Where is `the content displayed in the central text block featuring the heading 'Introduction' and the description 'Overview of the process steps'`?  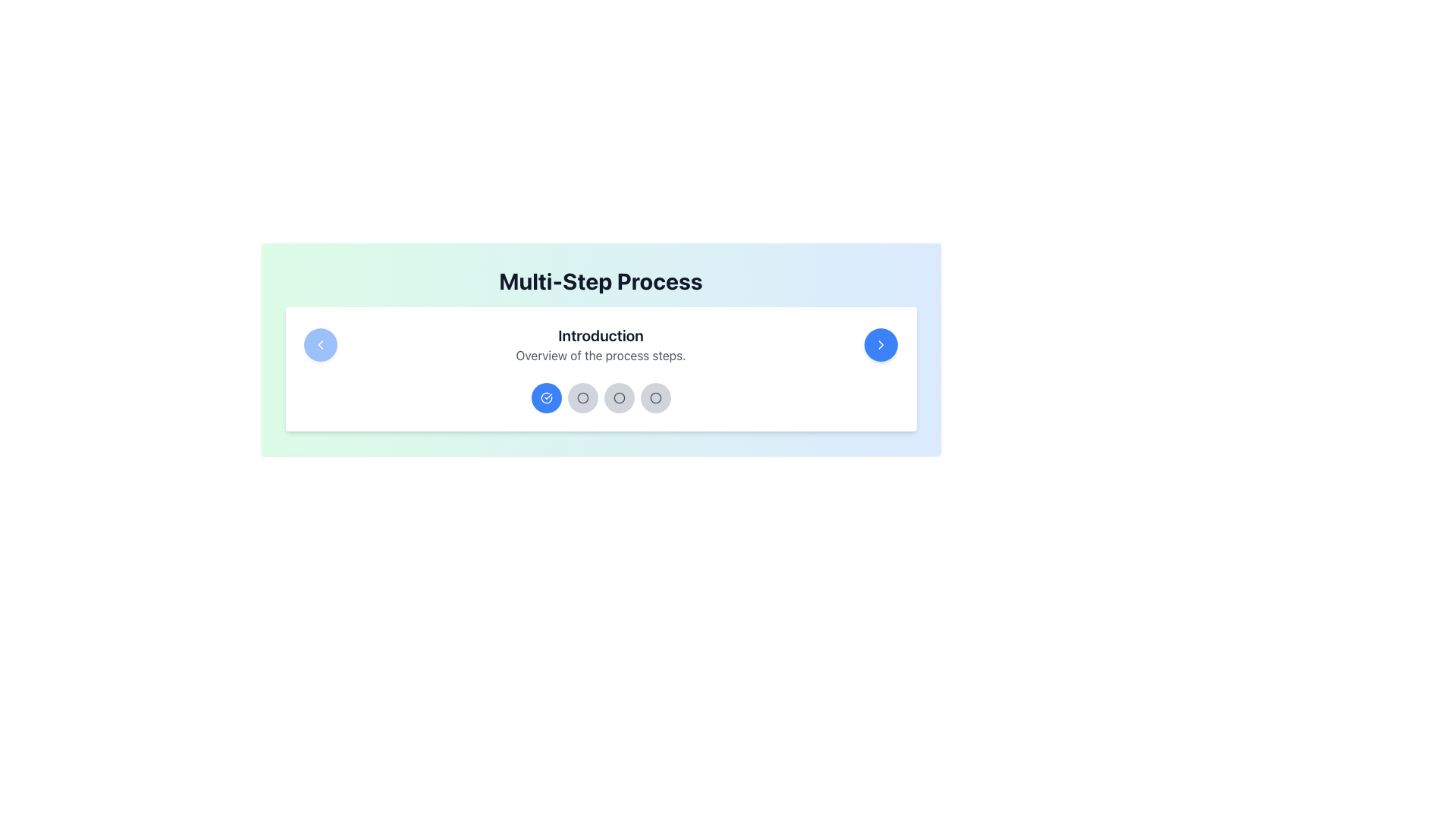
the content displayed in the central text block featuring the heading 'Introduction' and the description 'Overview of the process steps' is located at coordinates (600, 345).